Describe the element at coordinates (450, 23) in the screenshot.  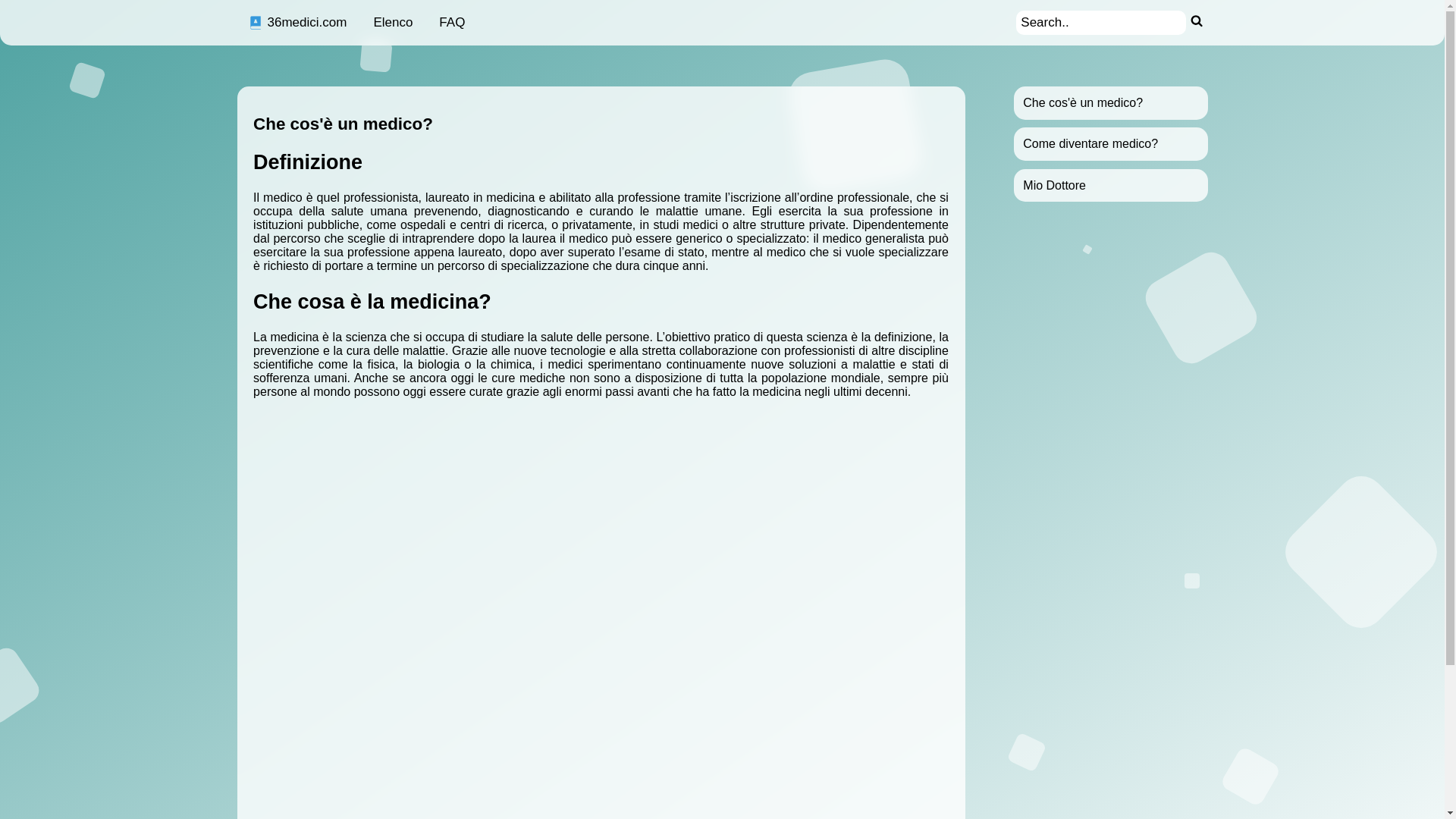
I see `'FAQ'` at that location.